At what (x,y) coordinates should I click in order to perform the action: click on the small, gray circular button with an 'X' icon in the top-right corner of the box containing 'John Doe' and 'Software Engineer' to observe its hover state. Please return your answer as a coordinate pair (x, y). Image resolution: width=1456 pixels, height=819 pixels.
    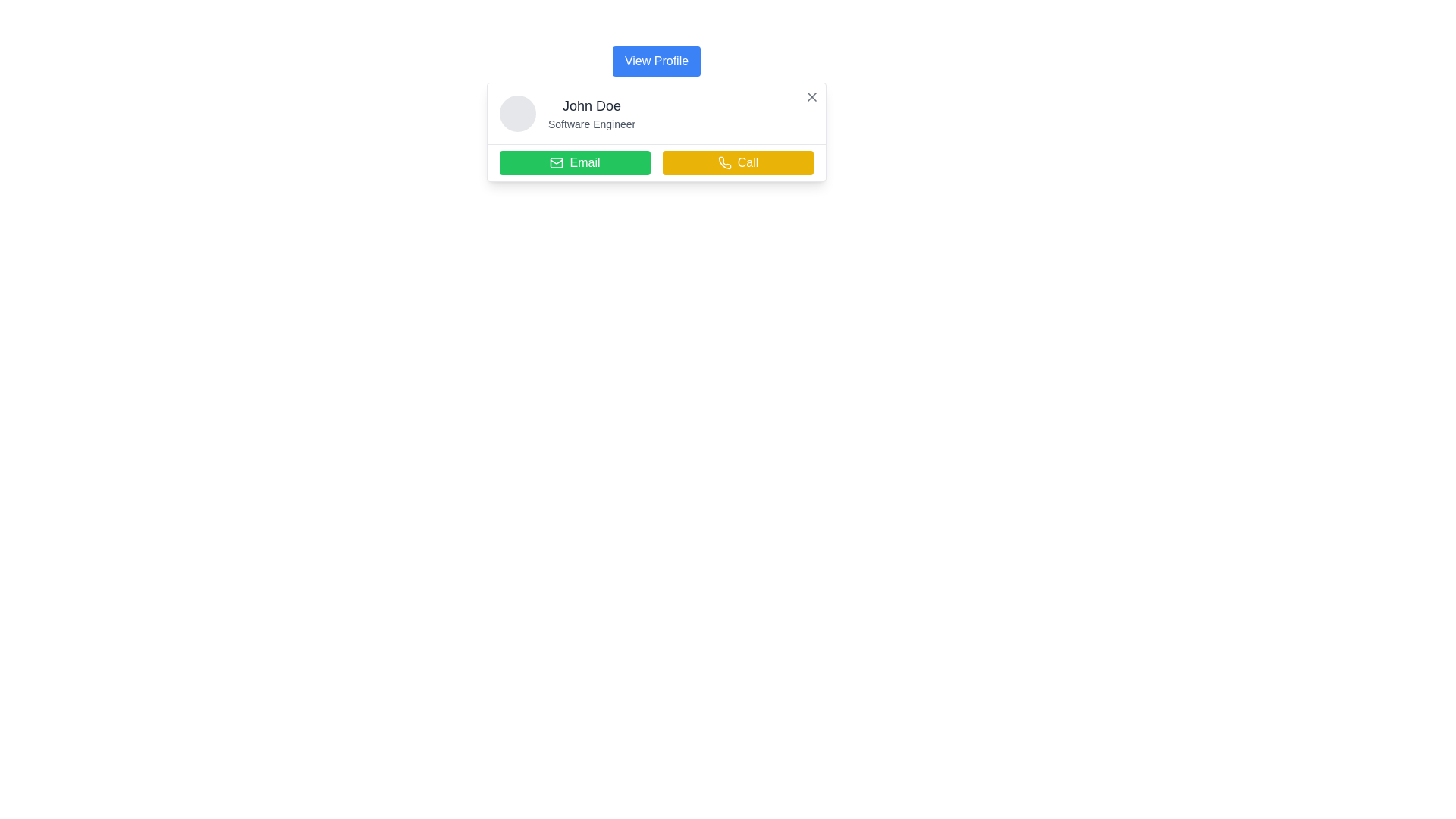
    Looking at the image, I should click on (811, 96).